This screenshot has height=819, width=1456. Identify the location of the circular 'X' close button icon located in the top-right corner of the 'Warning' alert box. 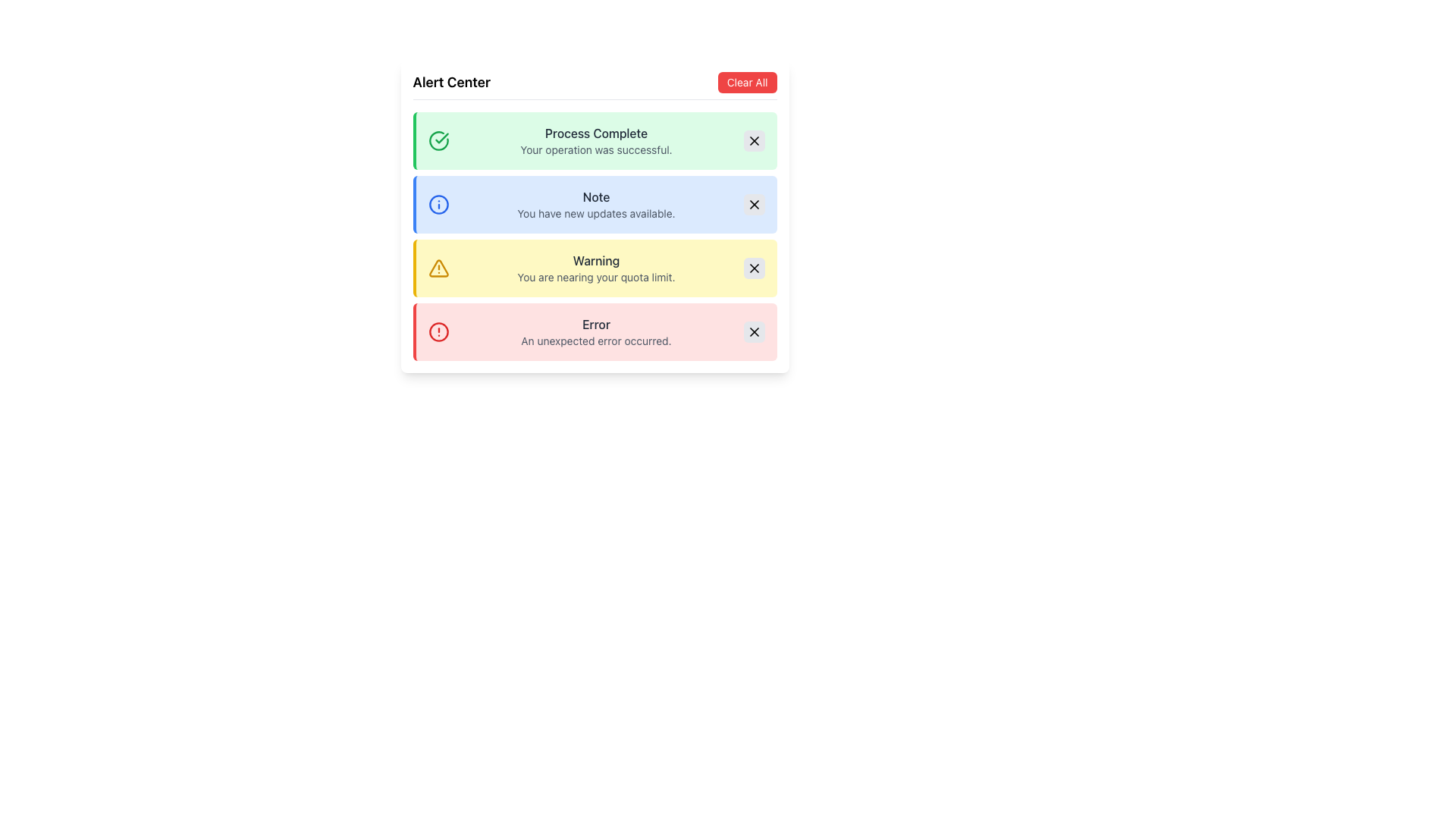
(754, 268).